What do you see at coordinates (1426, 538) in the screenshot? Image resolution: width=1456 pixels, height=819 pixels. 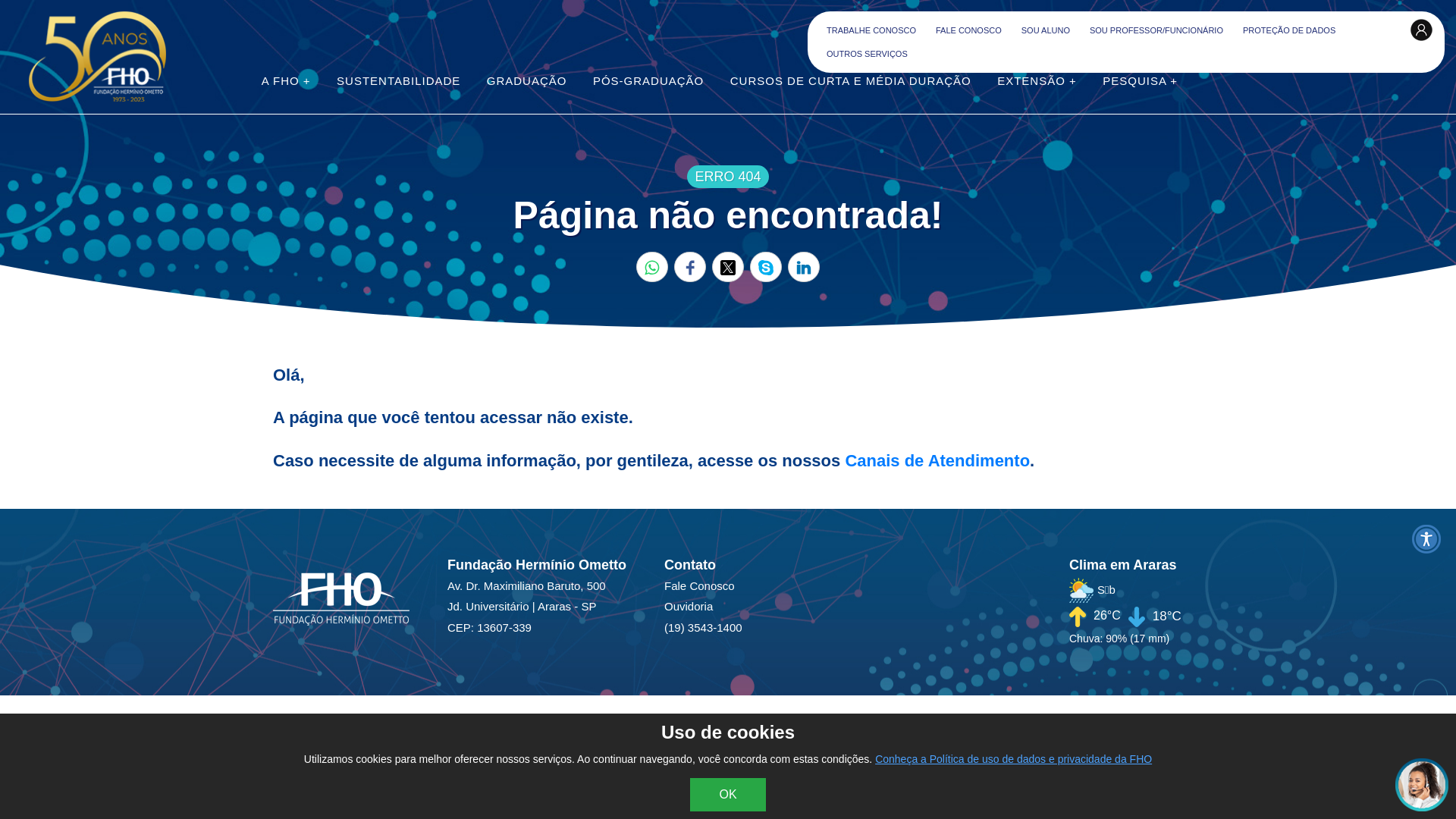 I see `'Menu Acessibilidade'` at bounding box center [1426, 538].